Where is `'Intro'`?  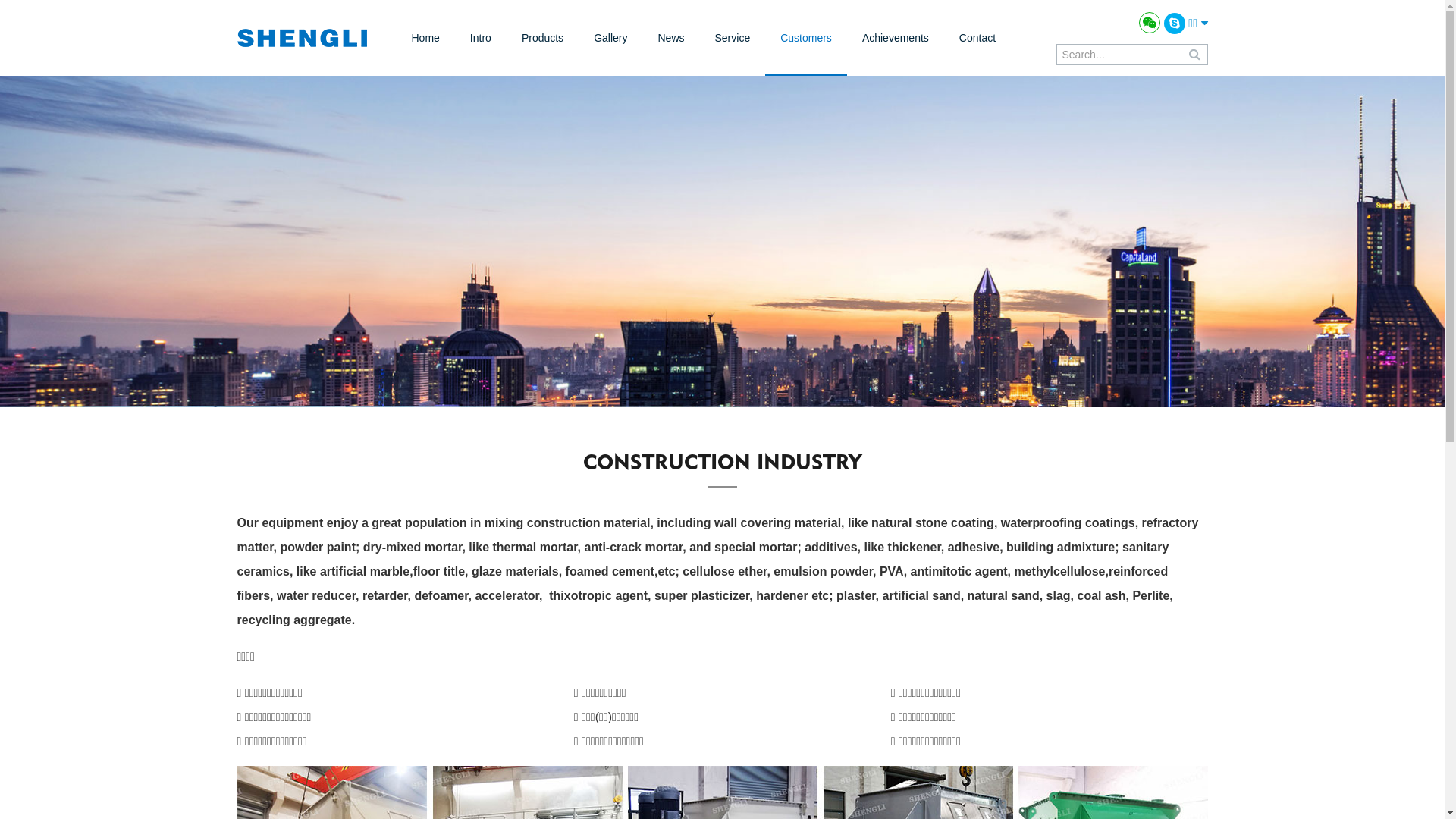 'Intro' is located at coordinates (479, 37).